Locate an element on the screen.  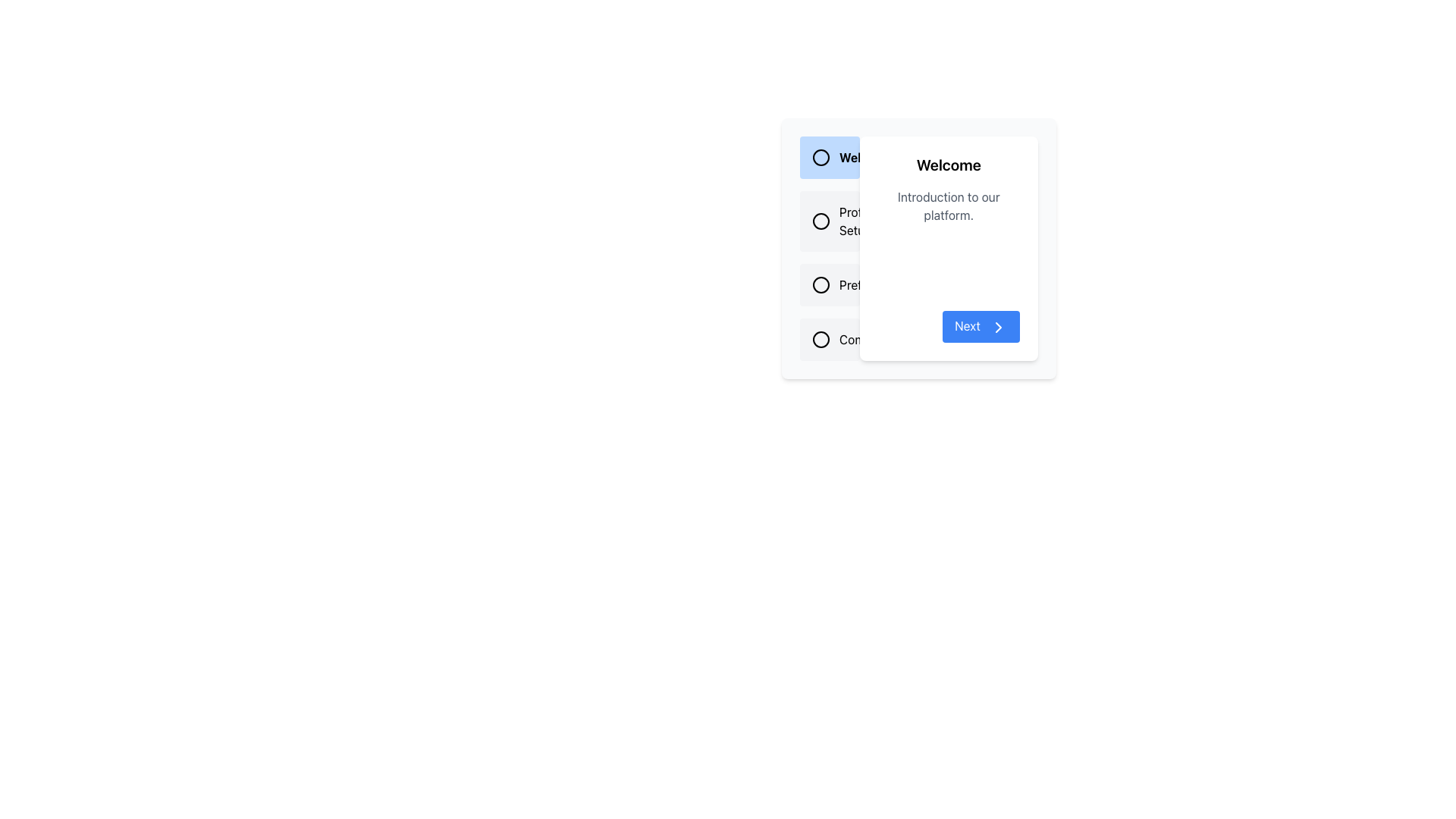
the 'Completion' option item which is the fourth item in a vertically stacked list, featuring a circular graphic on the left side is located at coordinates (829, 338).